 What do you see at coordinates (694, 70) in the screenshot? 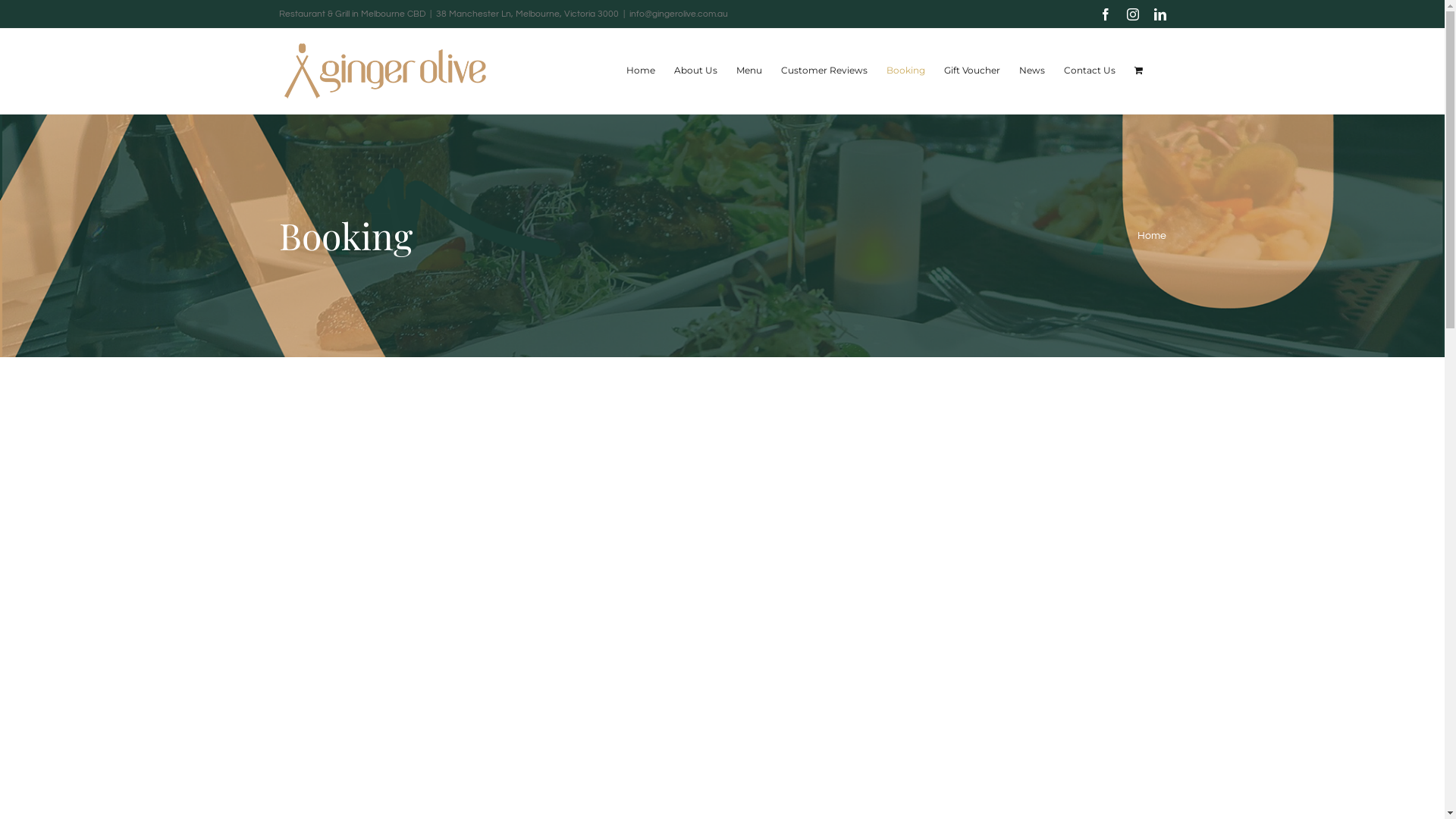
I see `'About Us'` at bounding box center [694, 70].